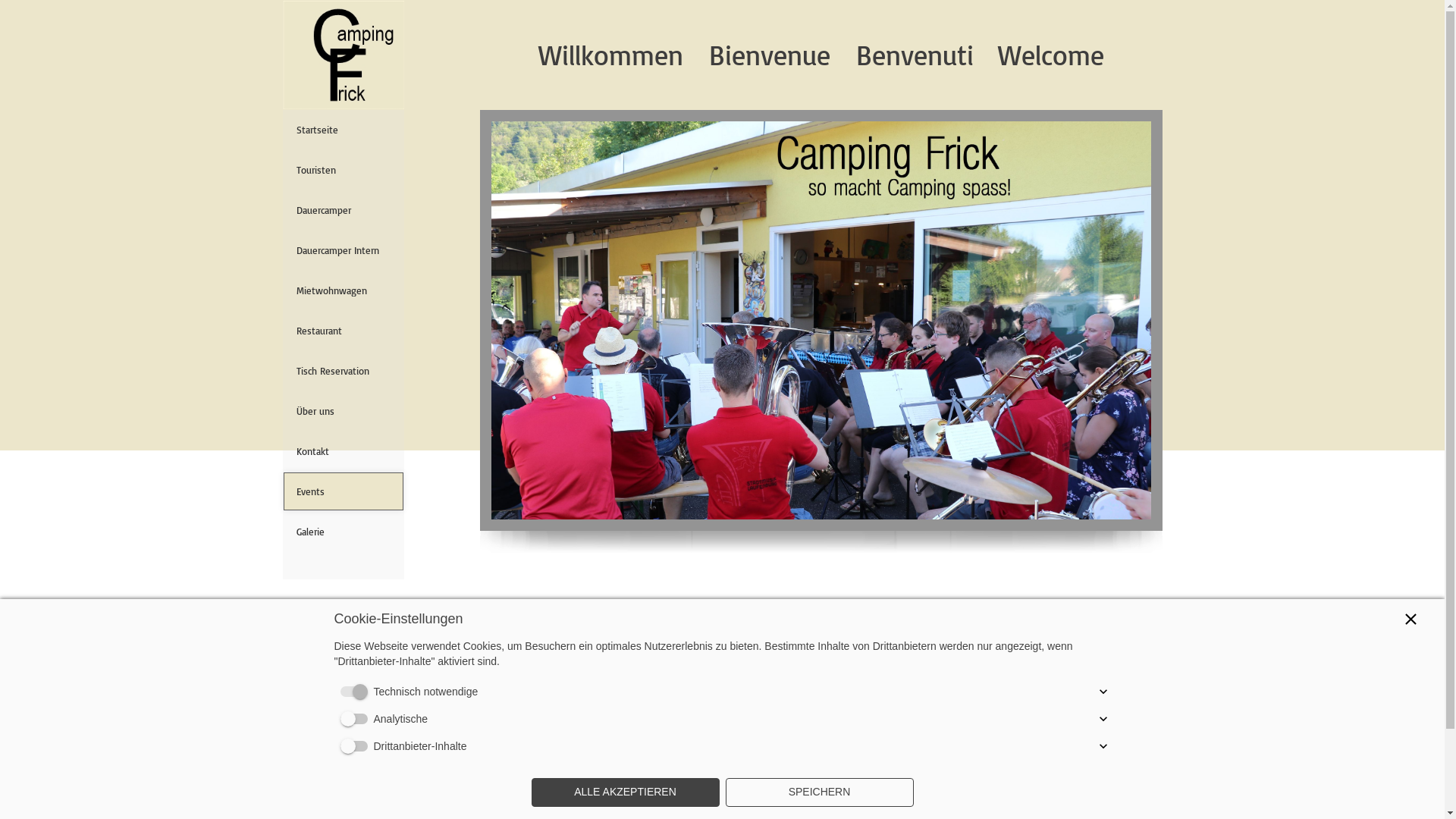  What do you see at coordinates (295, 210) in the screenshot?
I see `'Dauercamper'` at bounding box center [295, 210].